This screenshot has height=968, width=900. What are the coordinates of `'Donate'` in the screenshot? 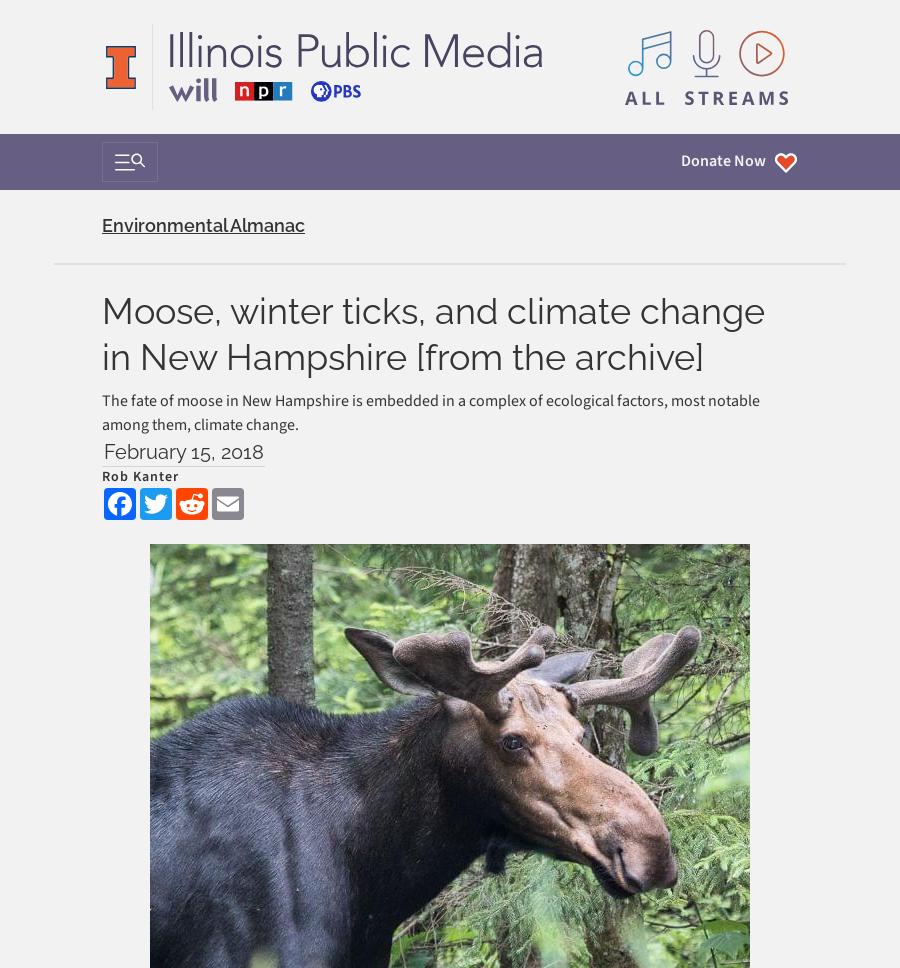 It's located at (117, 284).